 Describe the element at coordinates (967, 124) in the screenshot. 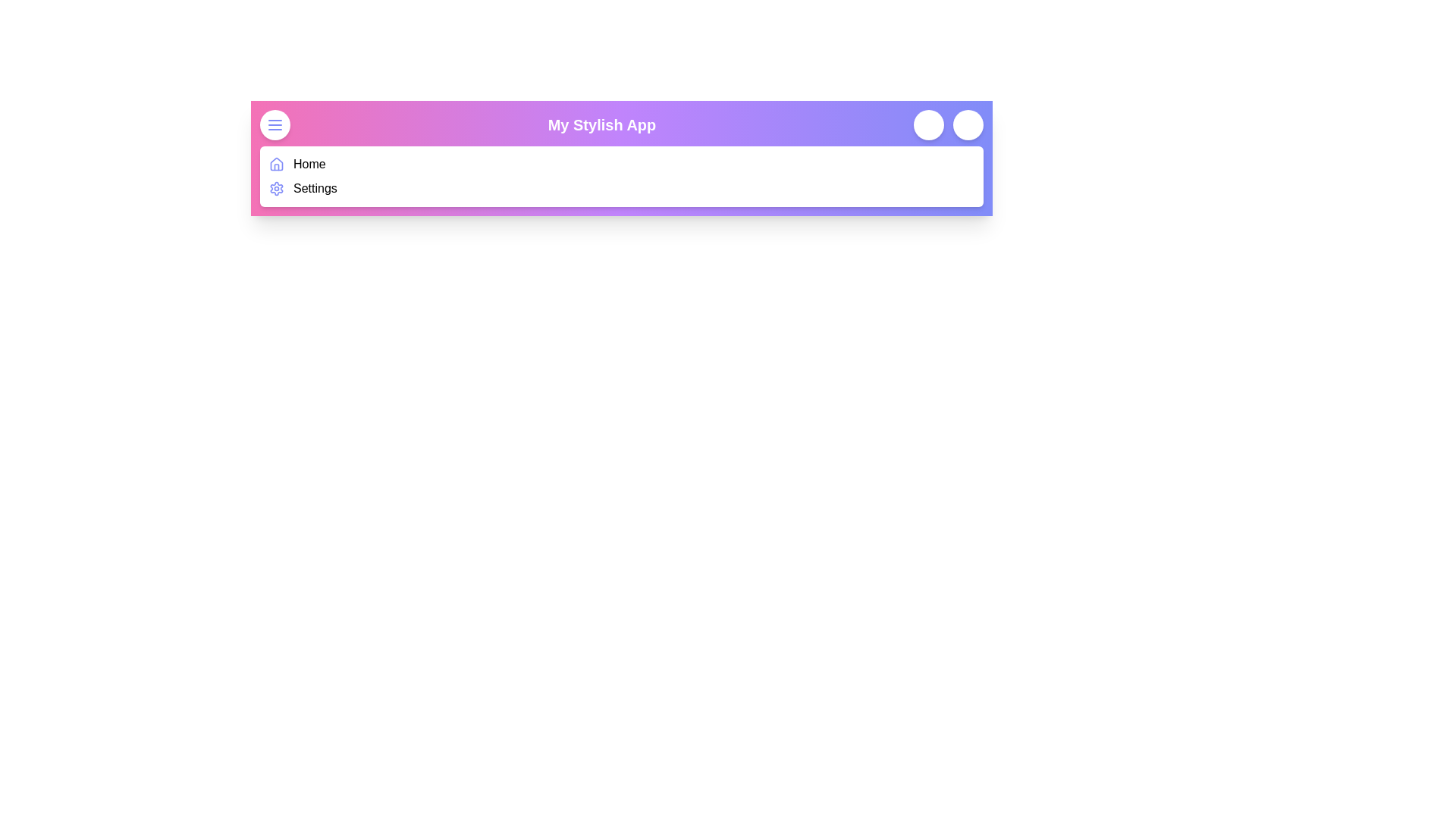

I see `the user profile button located on the navigation bar` at that location.